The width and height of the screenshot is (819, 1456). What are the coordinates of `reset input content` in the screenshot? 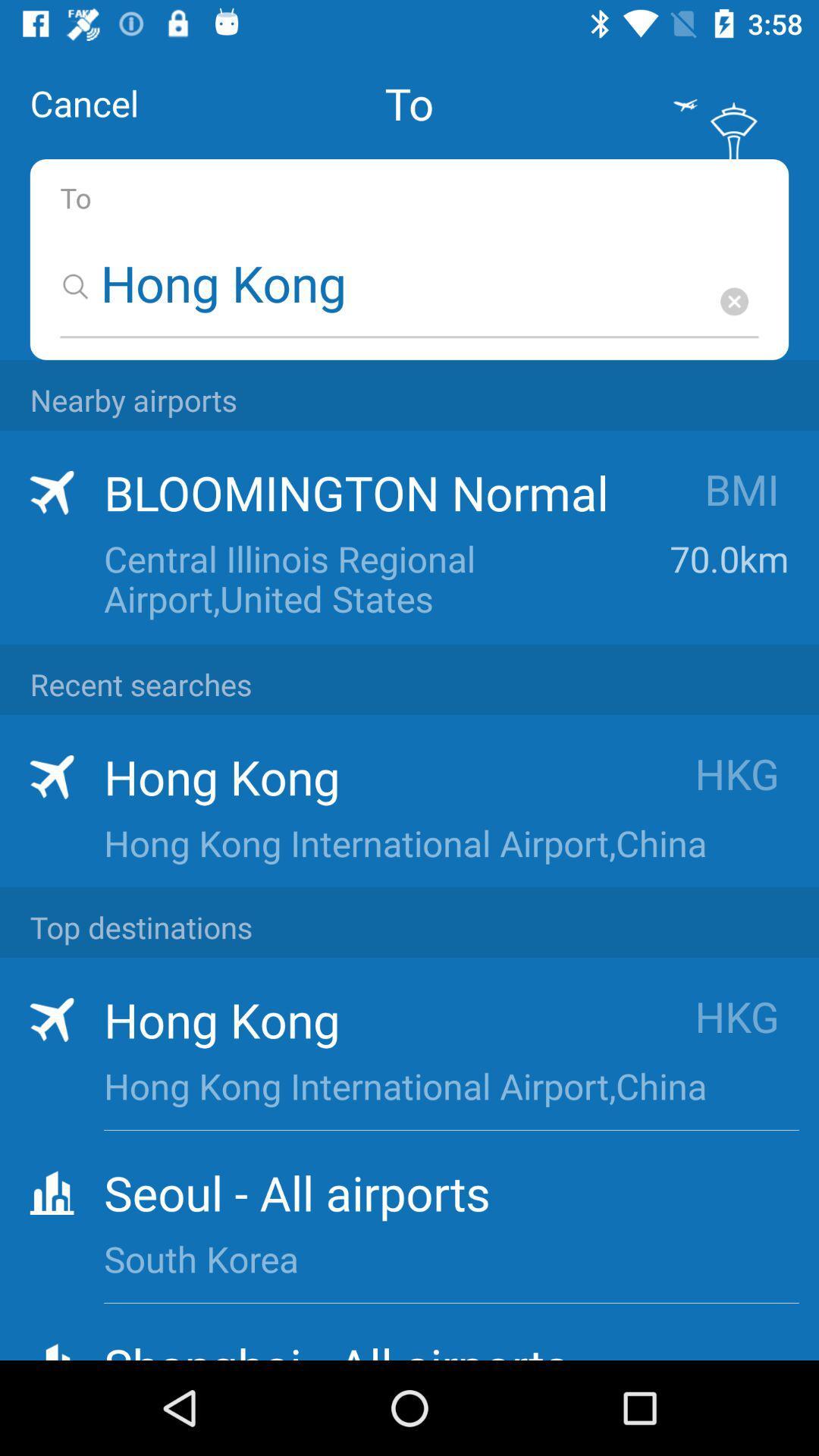 It's located at (733, 301).